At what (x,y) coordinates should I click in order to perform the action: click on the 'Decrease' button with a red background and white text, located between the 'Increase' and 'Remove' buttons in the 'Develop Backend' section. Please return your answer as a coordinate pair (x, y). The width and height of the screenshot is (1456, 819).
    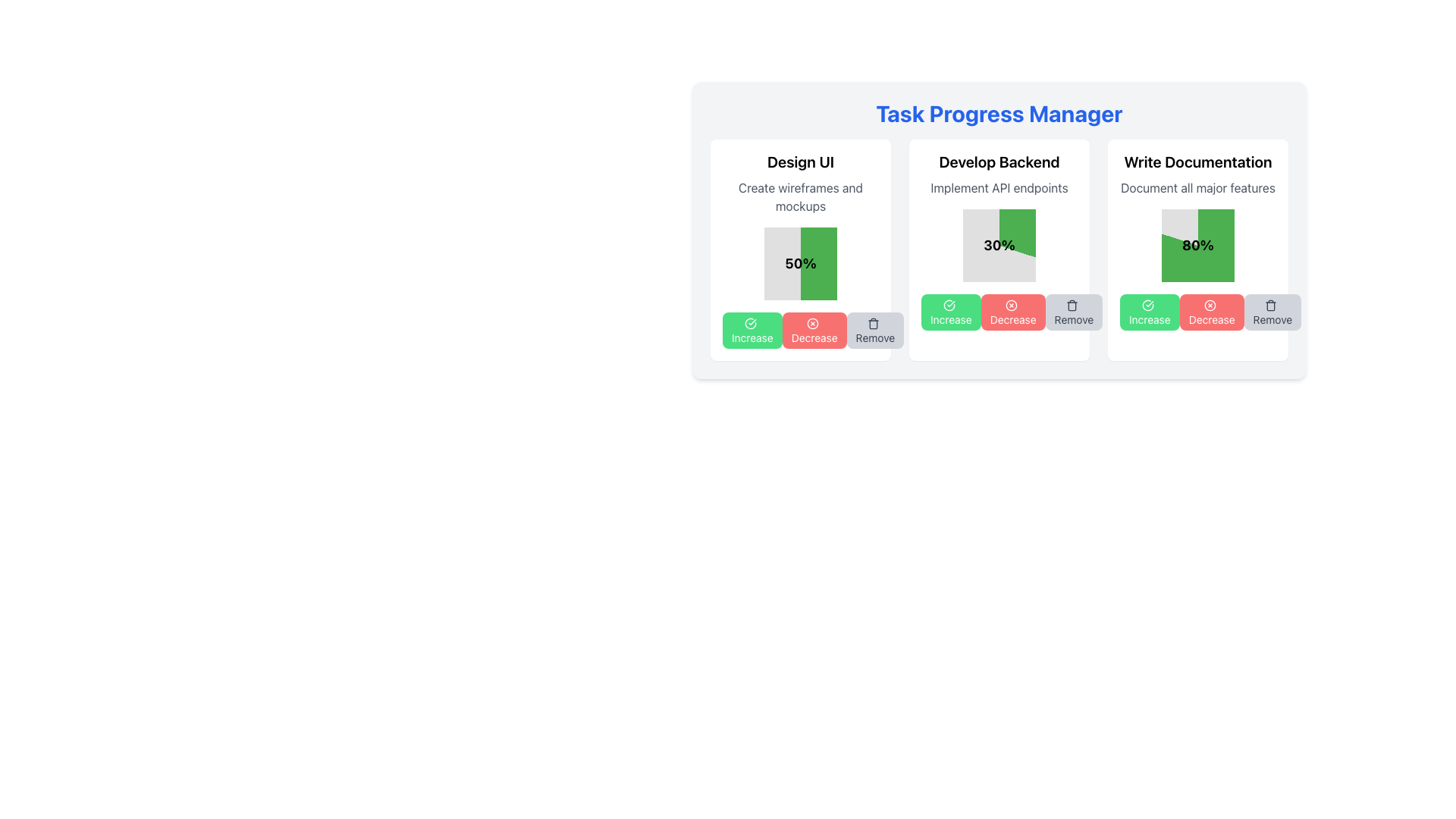
    Looking at the image, I should click on (1013, 312).